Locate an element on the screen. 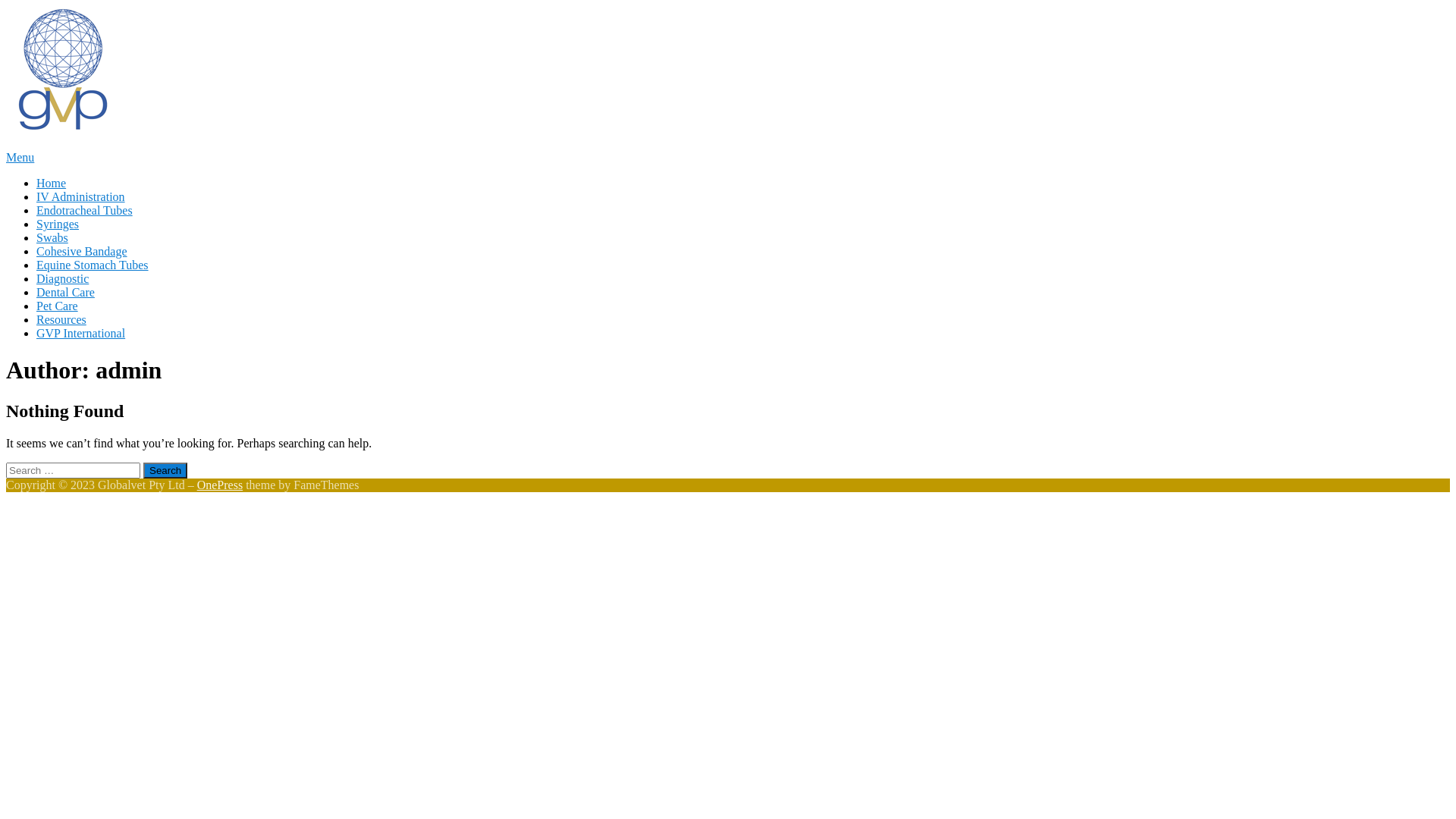 The width and height of the screenshot is (1456, 819). 'OnePress' is located at coordinates (218, 485).